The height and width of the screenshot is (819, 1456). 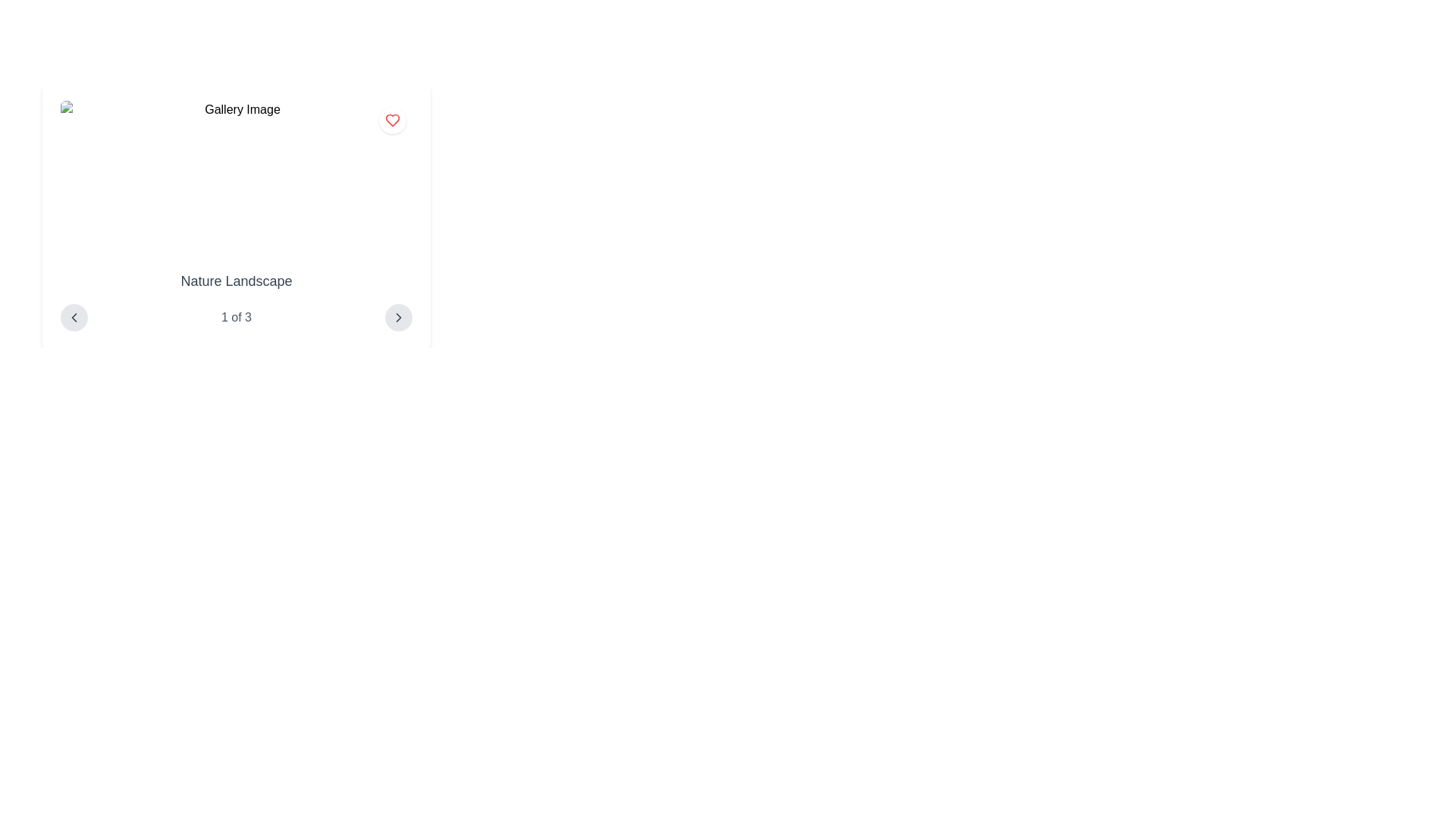 I want to click on the left circular button with a light gray background and a left-facing chevron icon, so click(x=73, y=317).